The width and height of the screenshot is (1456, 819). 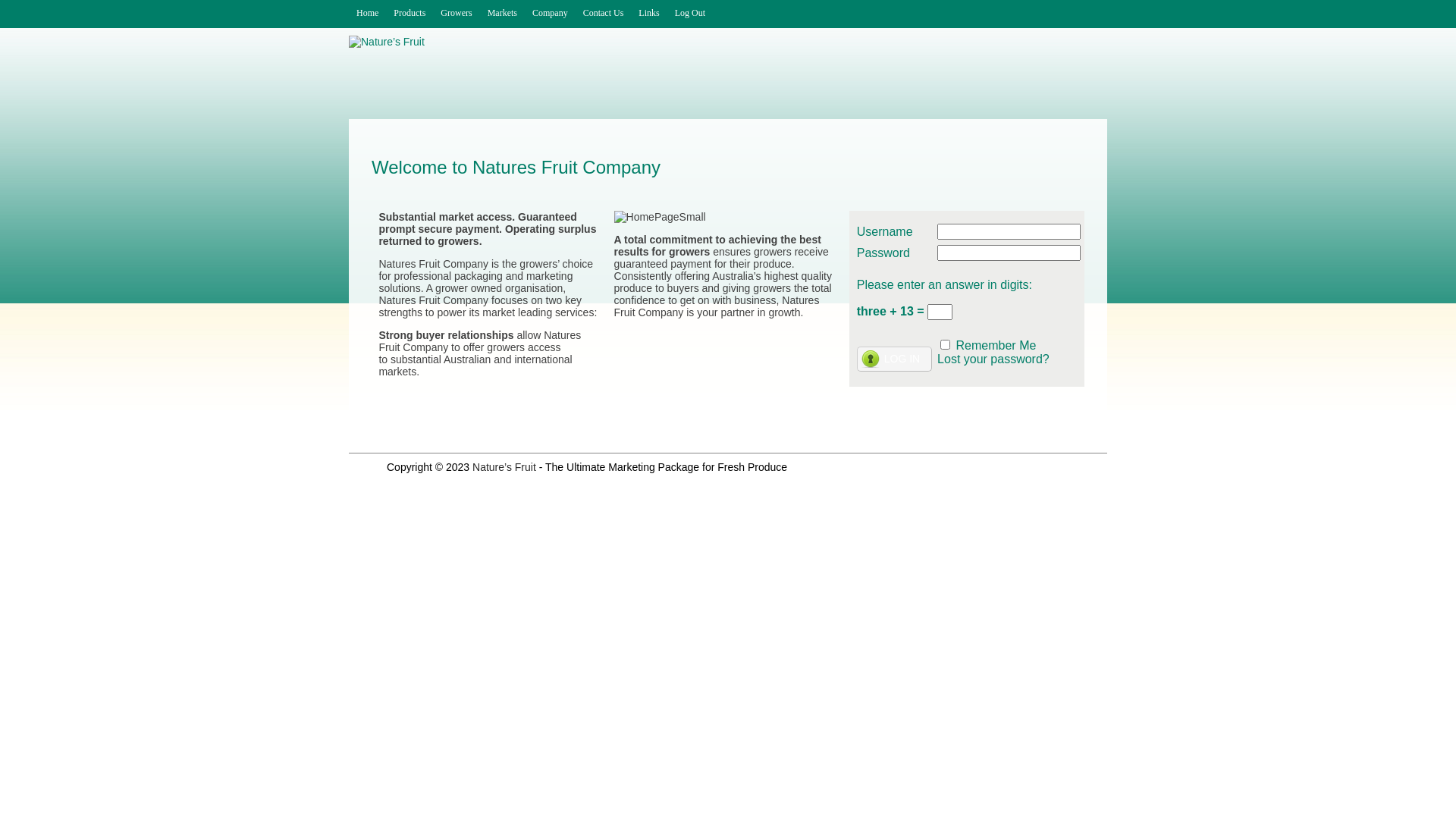 What do you see at coordinates (502, 13) in the screenshot?
I see `'Markets'` at bounding box center [502, 13].